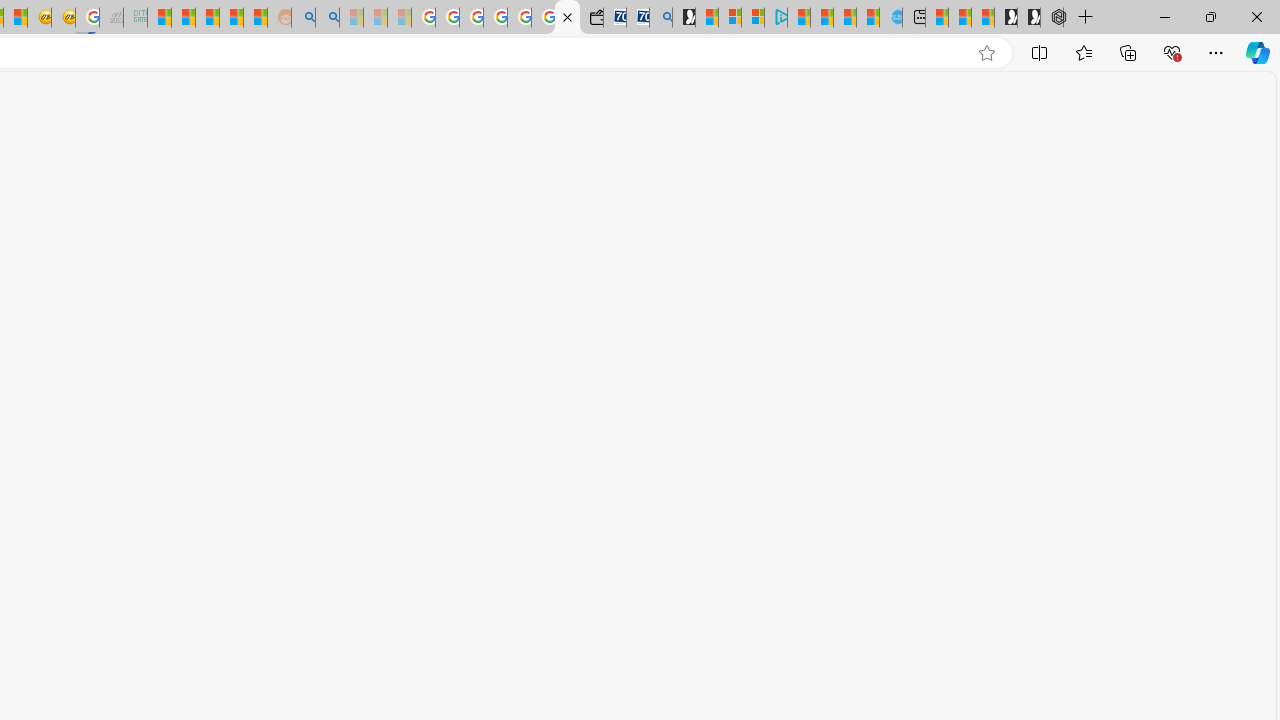 Image resolution: width=1280 pixels, height=720 pixels. I want to click on 'Home | Sky Blue Bikes - Sky Blue Bikes', so click(889, 17).